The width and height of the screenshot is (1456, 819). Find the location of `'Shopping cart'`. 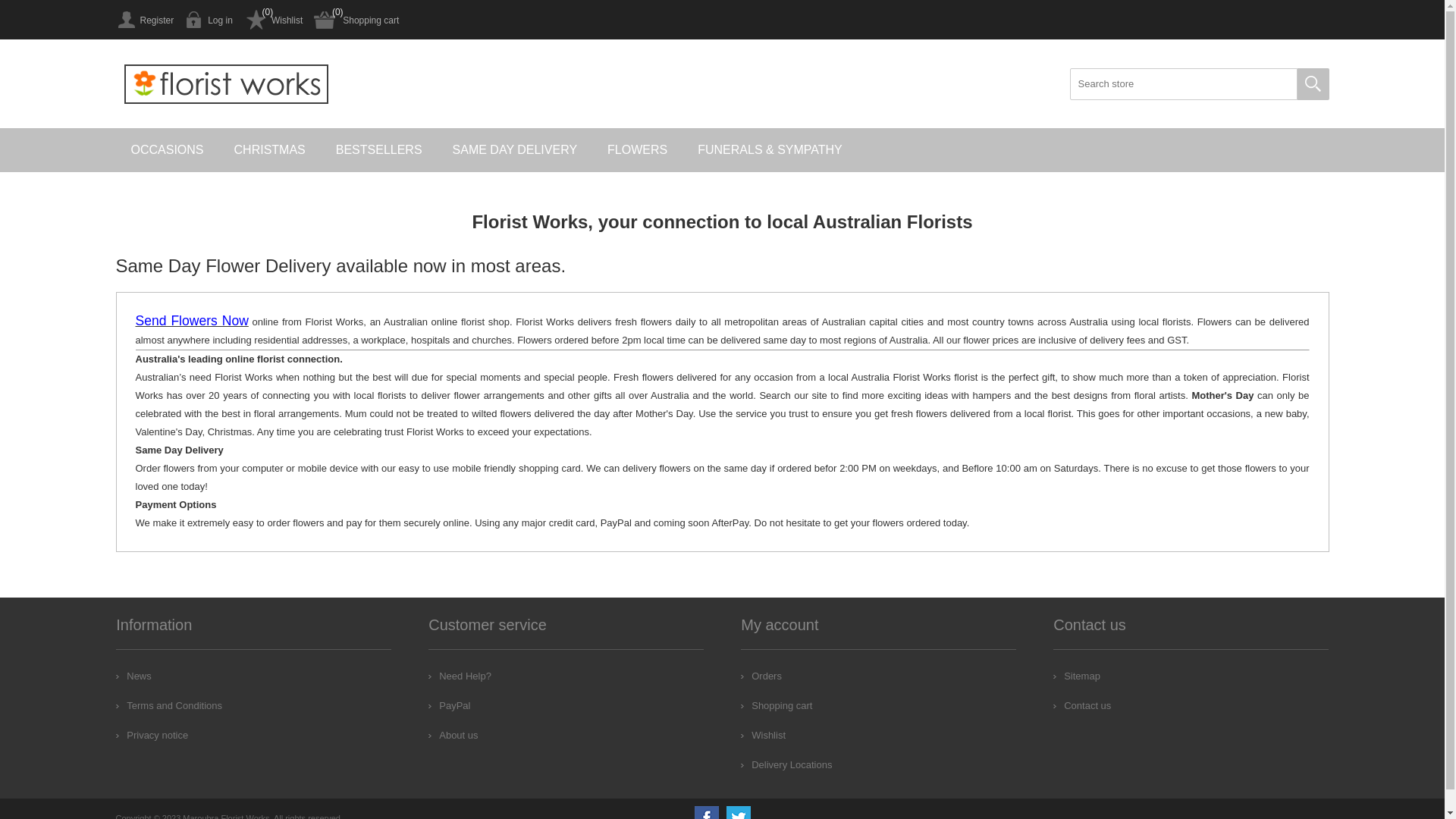

'Shopping cart' is located at coordinates (356, 20).